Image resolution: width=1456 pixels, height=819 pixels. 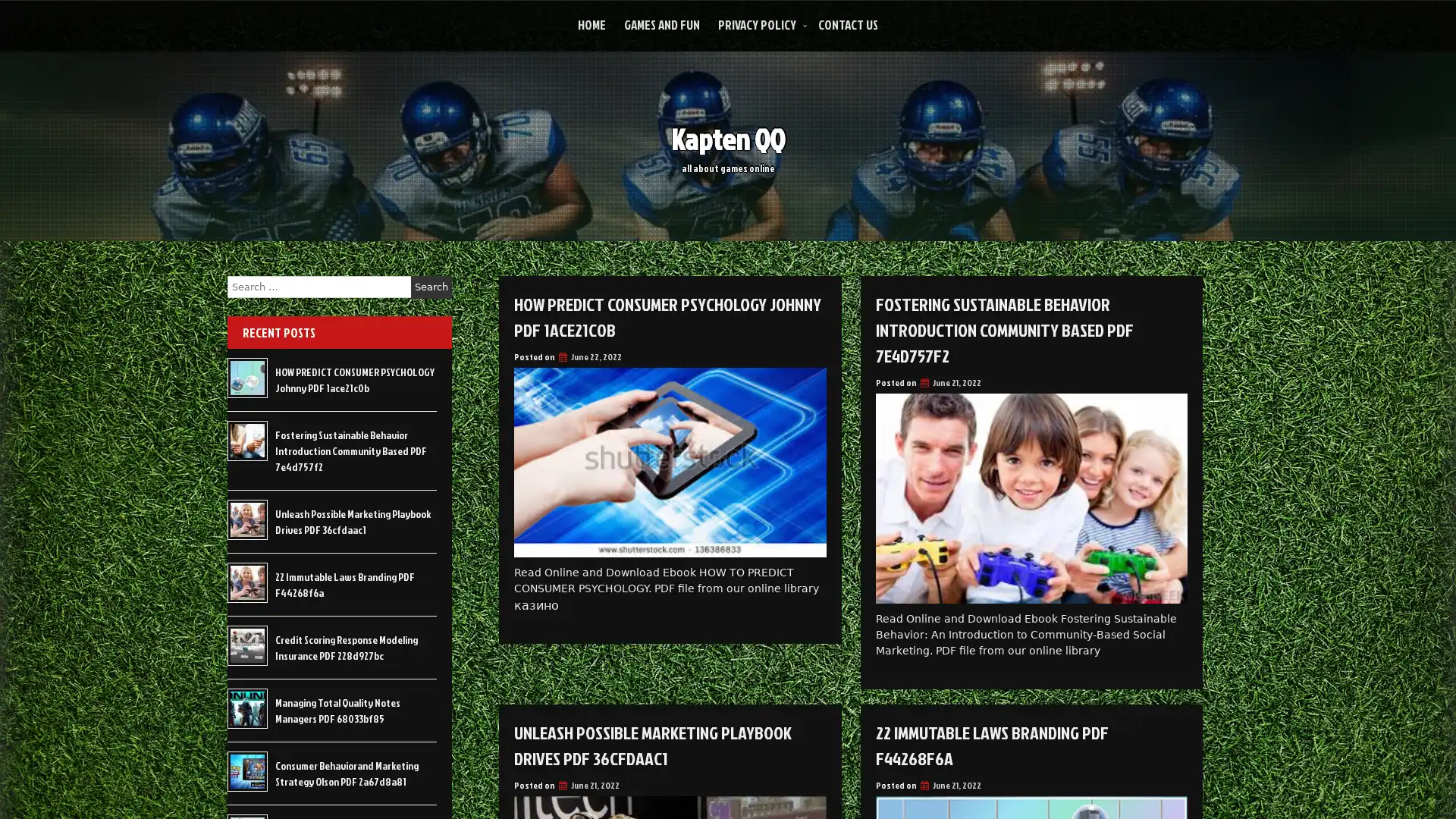 I want to click on Search, so click(x=431, y=287).